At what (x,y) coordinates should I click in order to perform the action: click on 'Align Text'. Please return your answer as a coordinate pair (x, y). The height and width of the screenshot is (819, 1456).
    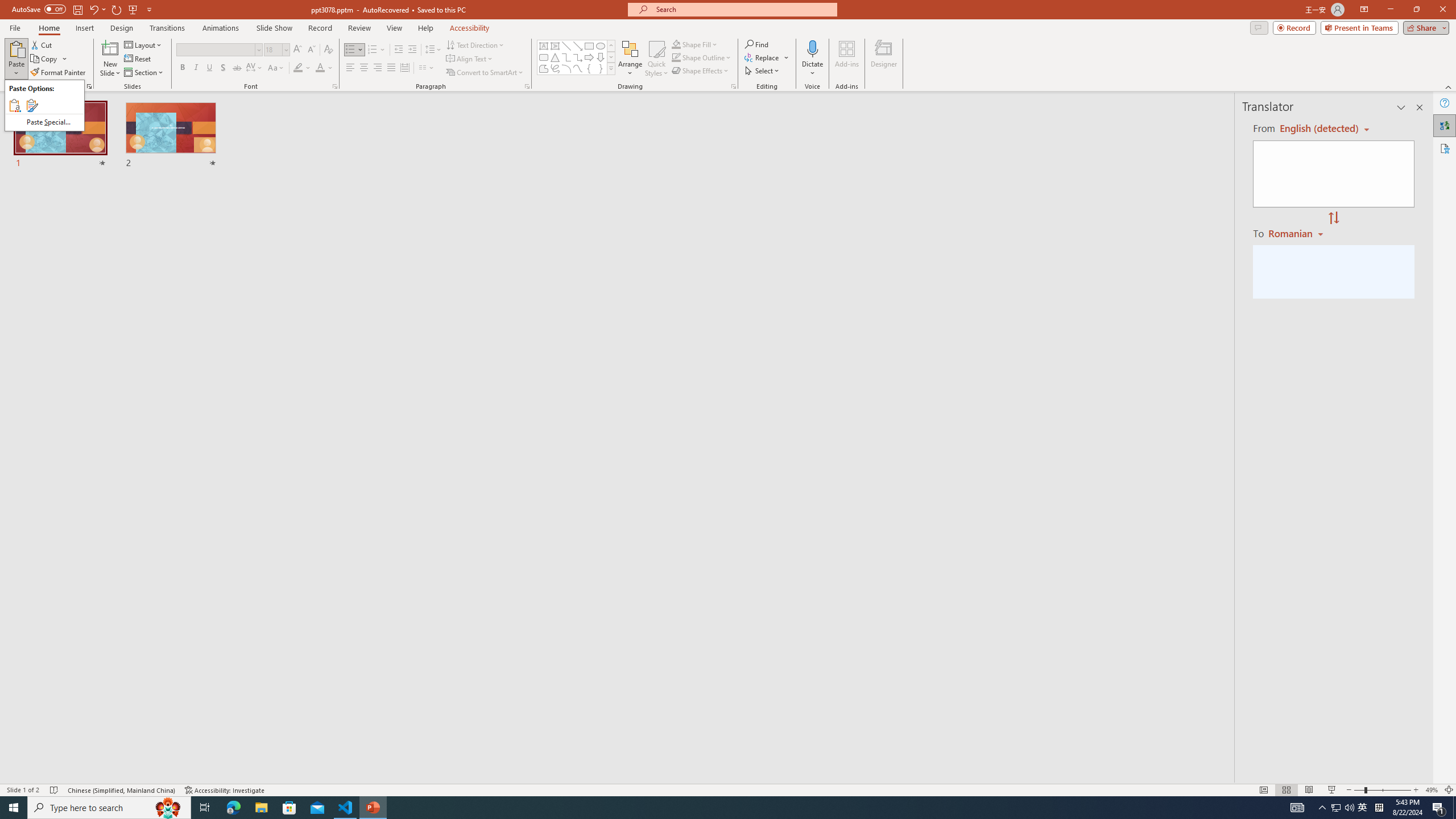
    Looking at the image, I should click on (470, 59).